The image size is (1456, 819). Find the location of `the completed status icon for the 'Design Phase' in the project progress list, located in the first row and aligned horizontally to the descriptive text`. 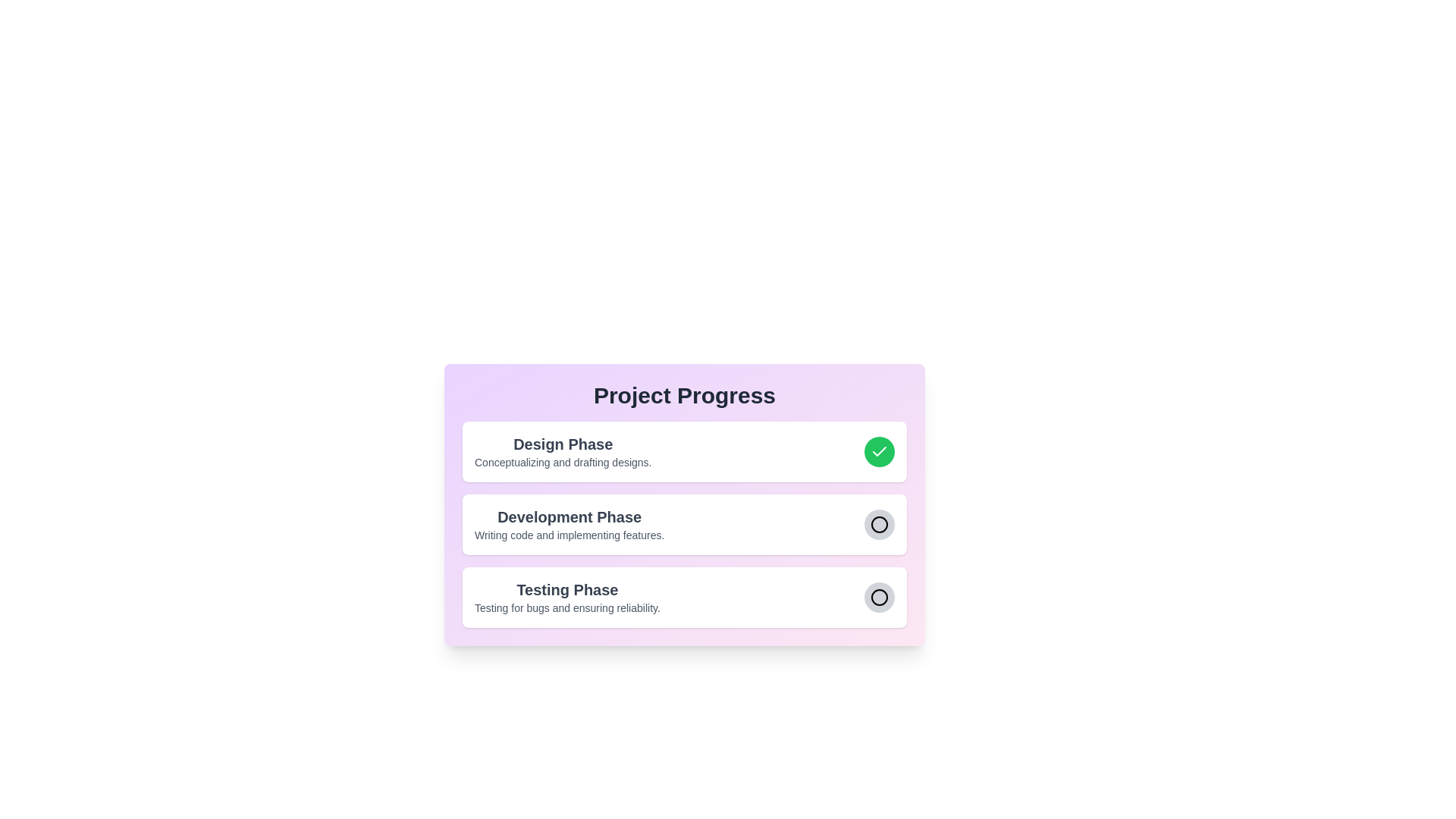

the completed status icon for the 'Design Phase' in the project progress list, located in the first row and aligned horizontally to the descriptive text is located at coordinates (880, 451).